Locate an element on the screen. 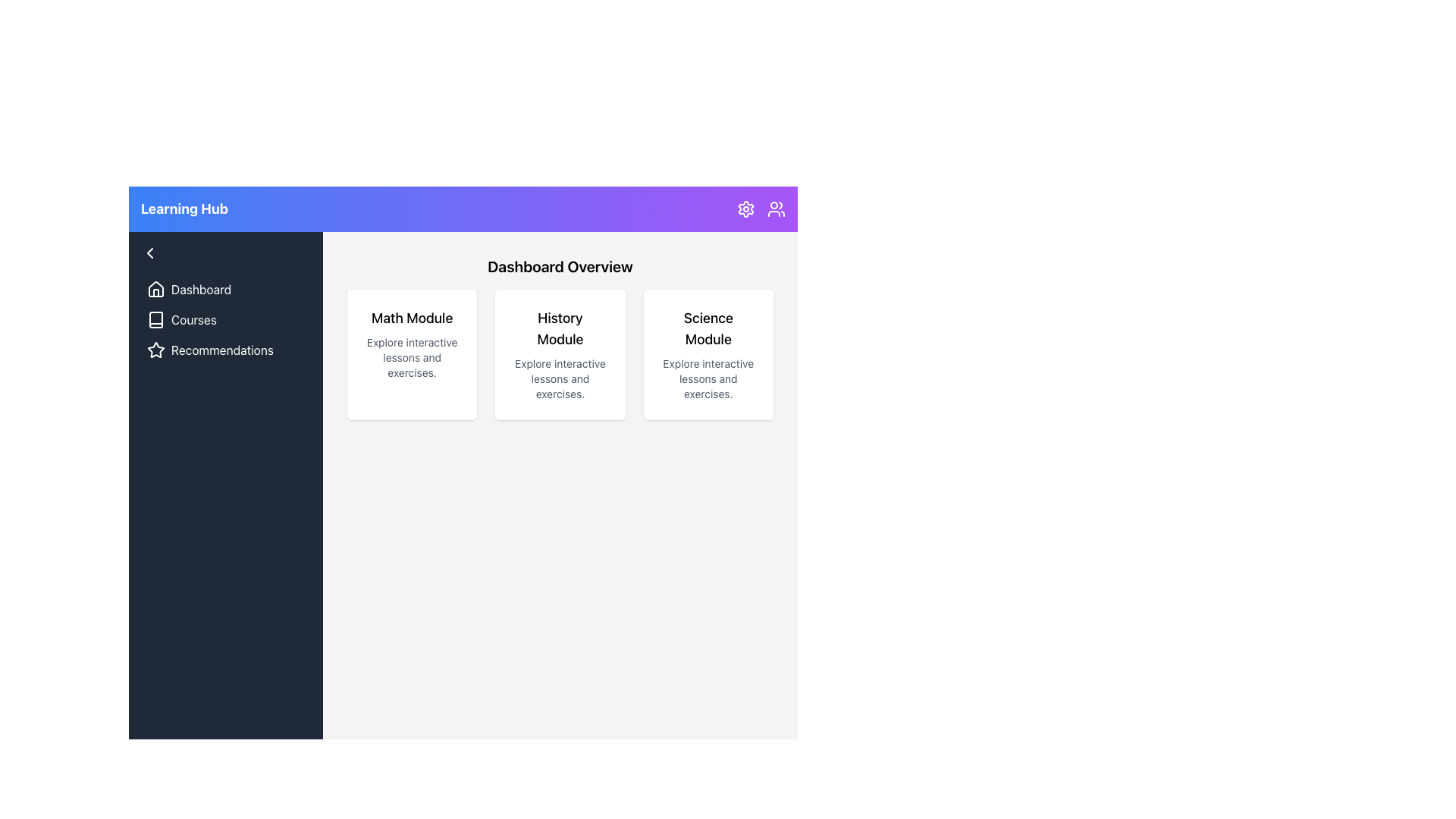  the 'Courses' icon in the sidebar navigation menu, which is positioned to the left of the text label 'Courses' is located at coordinates (156, 318).